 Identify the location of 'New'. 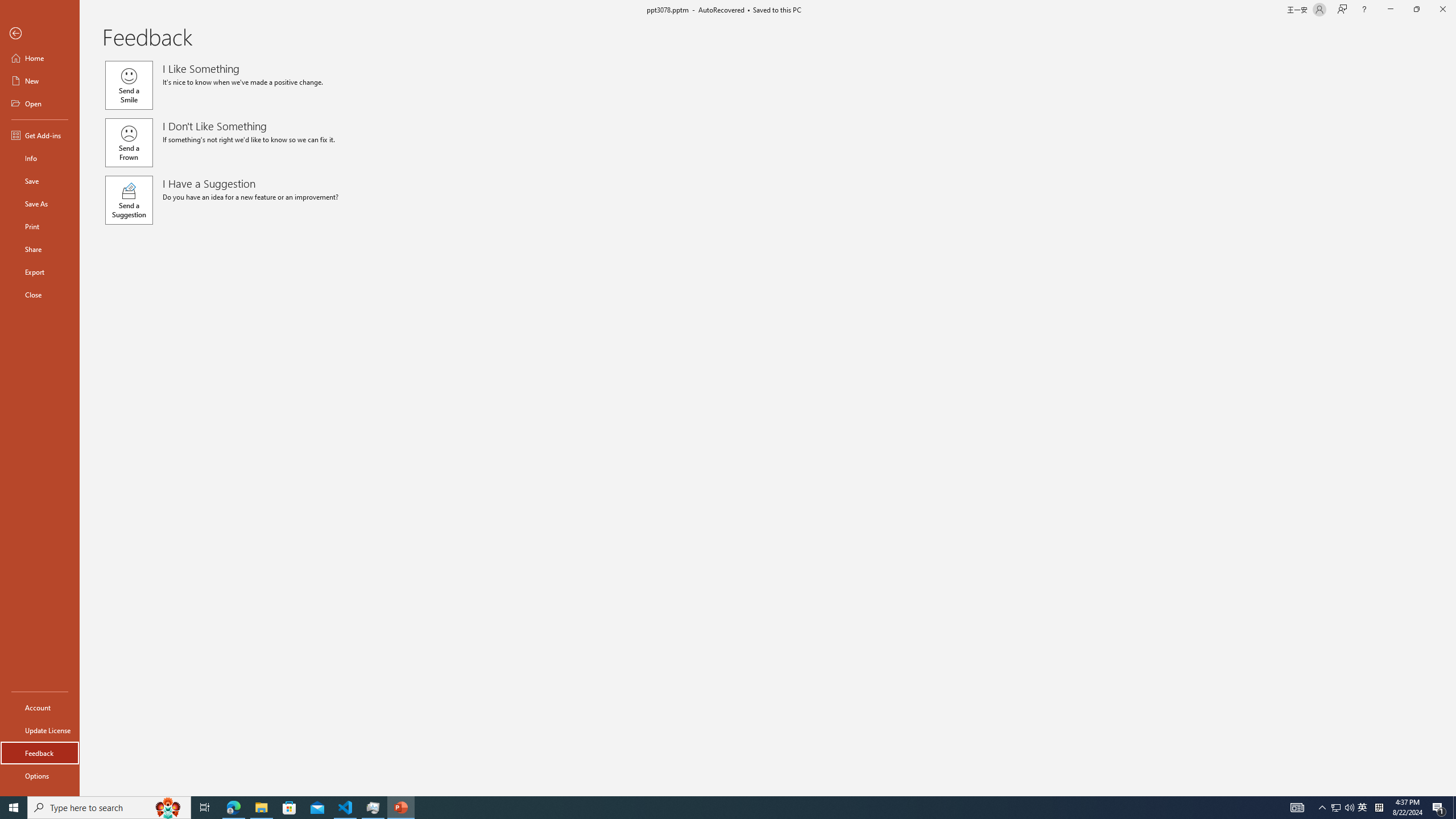
(39, 80).